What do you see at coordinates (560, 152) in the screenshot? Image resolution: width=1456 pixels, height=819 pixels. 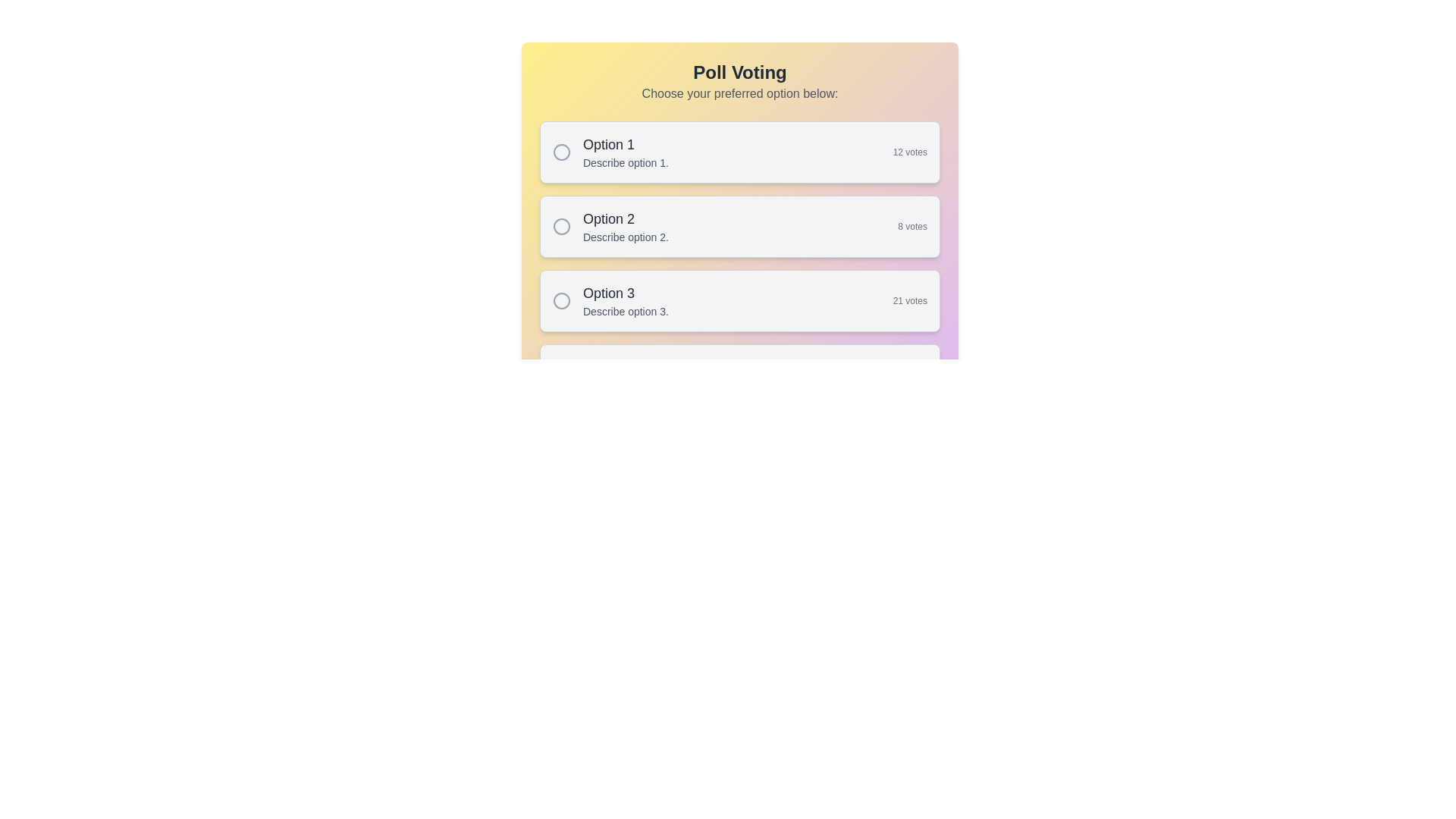 I see `the SVG Circle Graphic that serves as a visual indicator for the selected state in a multiple-choice question, located to the left of the text 'Option 1' within the voting option card` at bounding box center [560, 152].